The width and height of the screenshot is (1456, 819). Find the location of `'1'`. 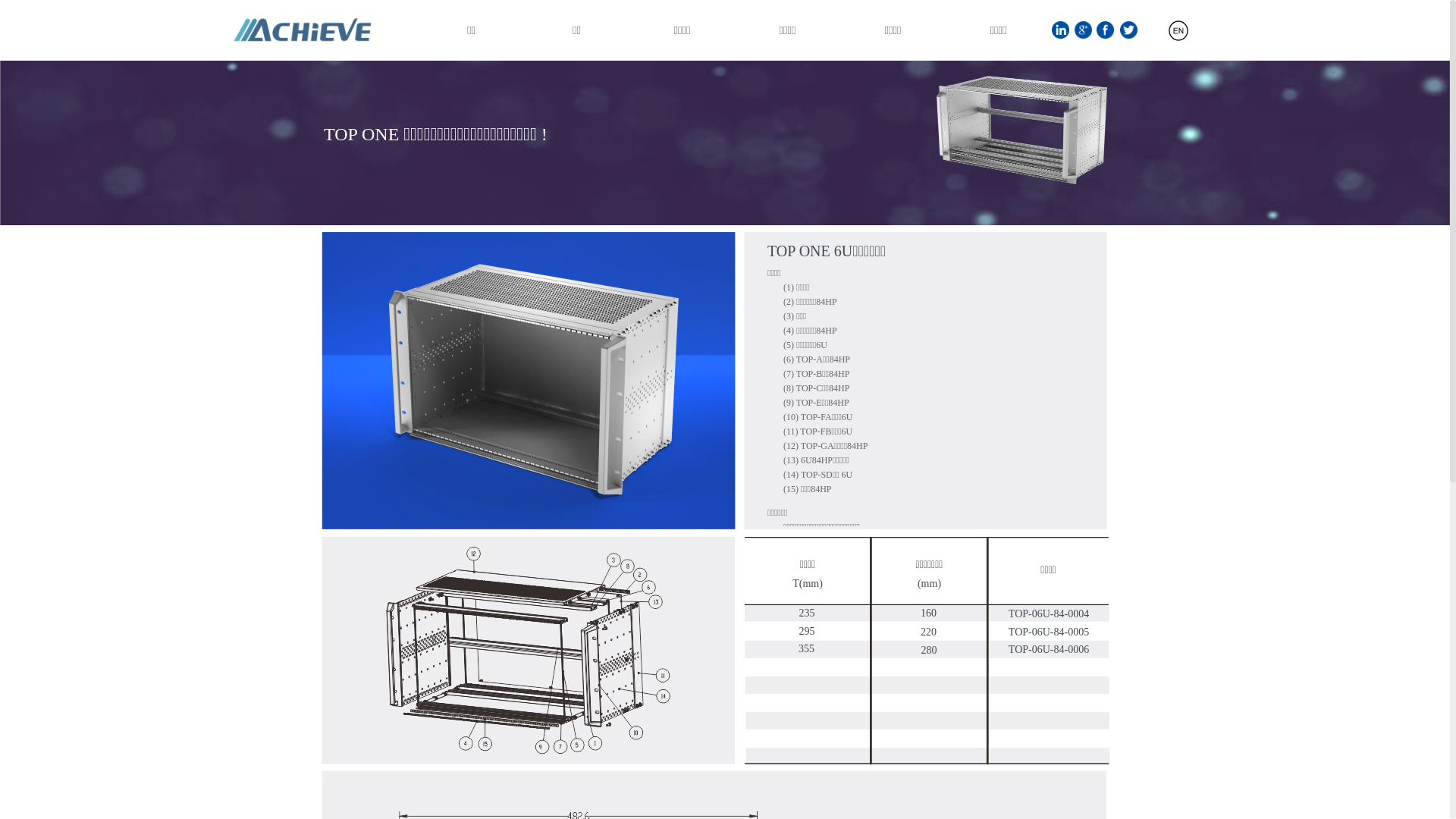

'1' is located at coordinates (528, 379).